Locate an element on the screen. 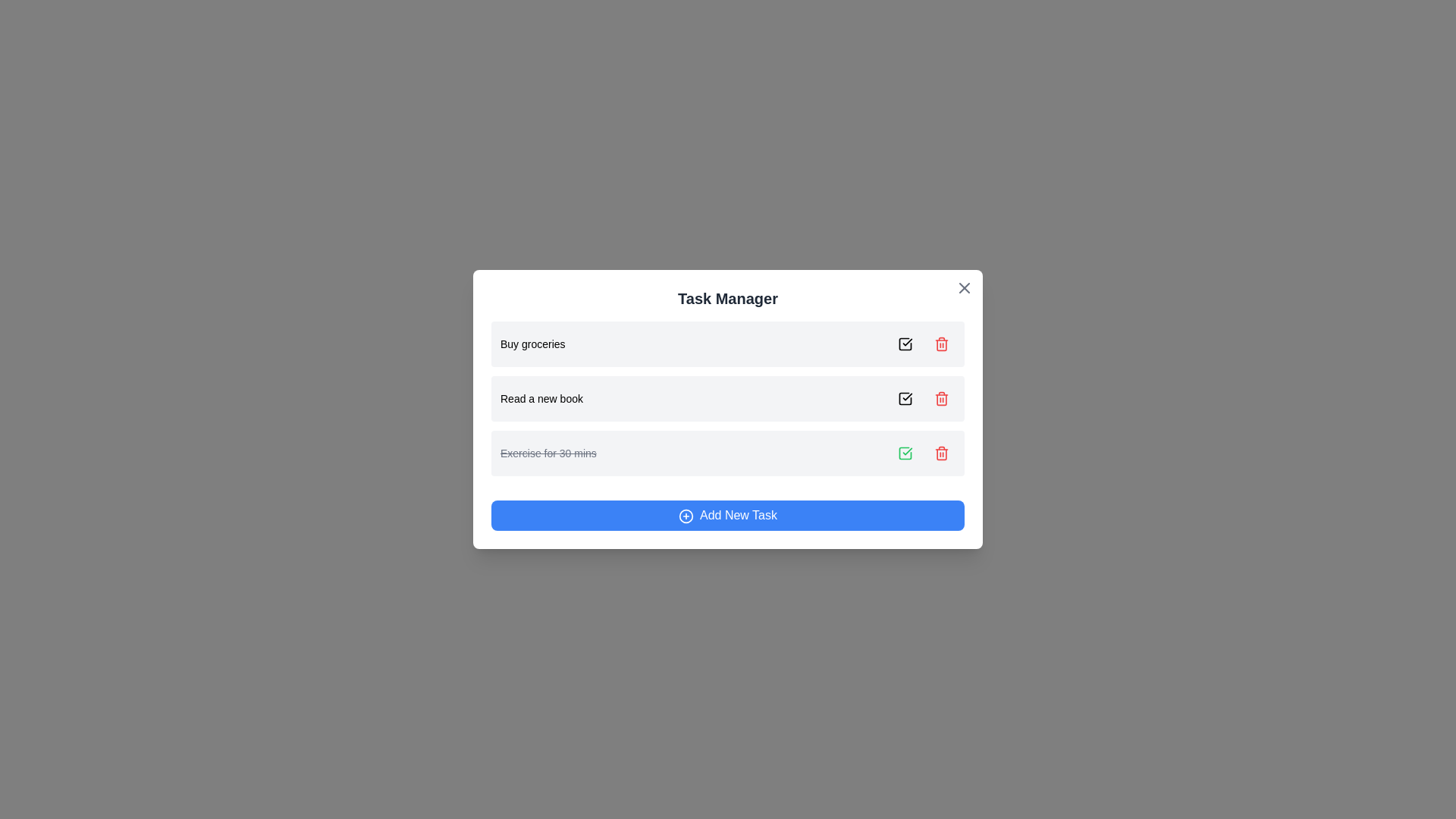 The height and width of the screenshot is (819, 1456). the checkbox-like icon with a check mark next to the task 'Read a new book' to mark the task as complete is located at coordinates (905, 397).